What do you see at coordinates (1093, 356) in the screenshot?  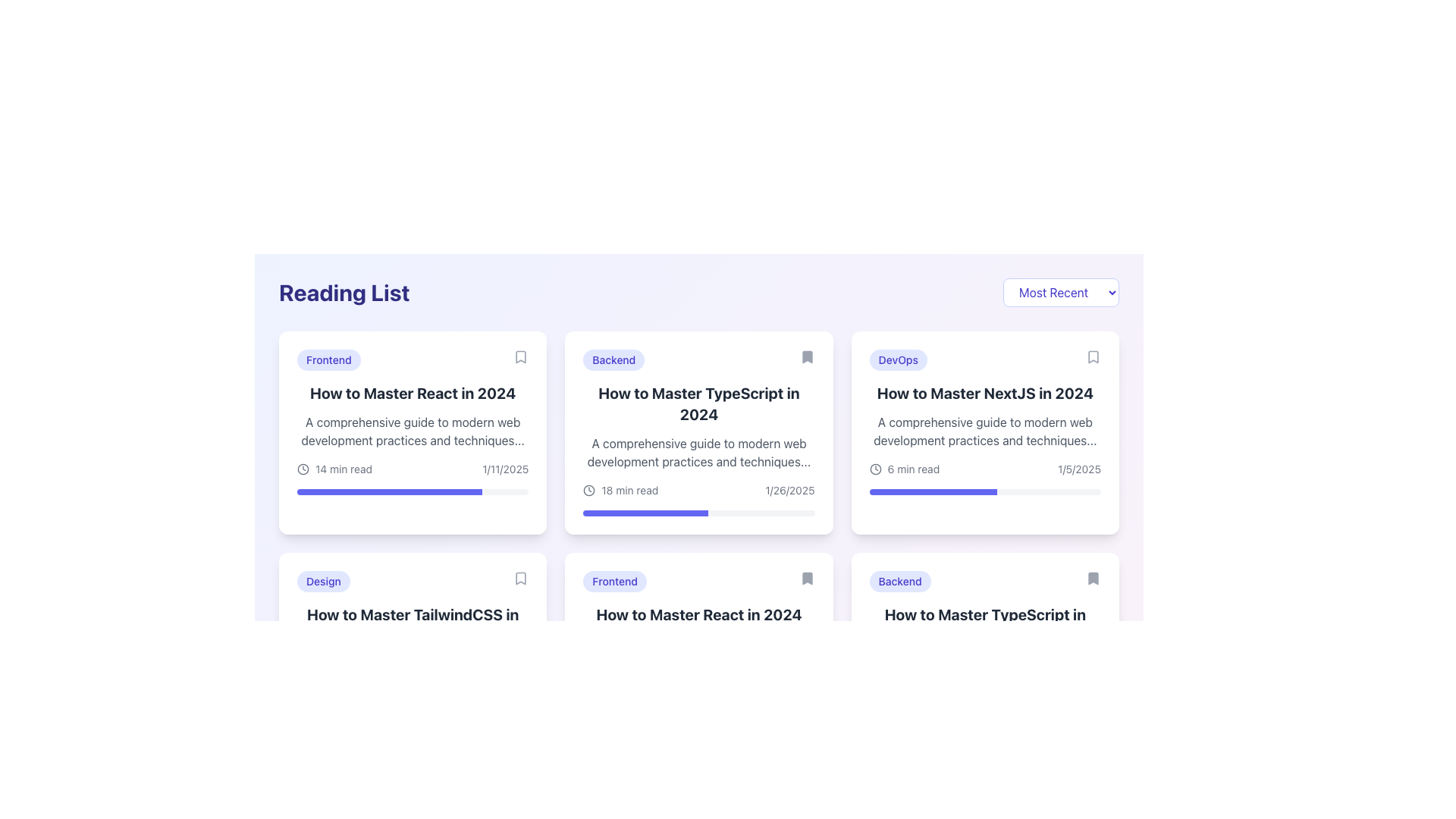 I see `the Interactive bookmark icon located in the upper-right corner of the 'How to Master NextJS in 2024' card to bookmark the associated content` at bounding box center [1093, 356].